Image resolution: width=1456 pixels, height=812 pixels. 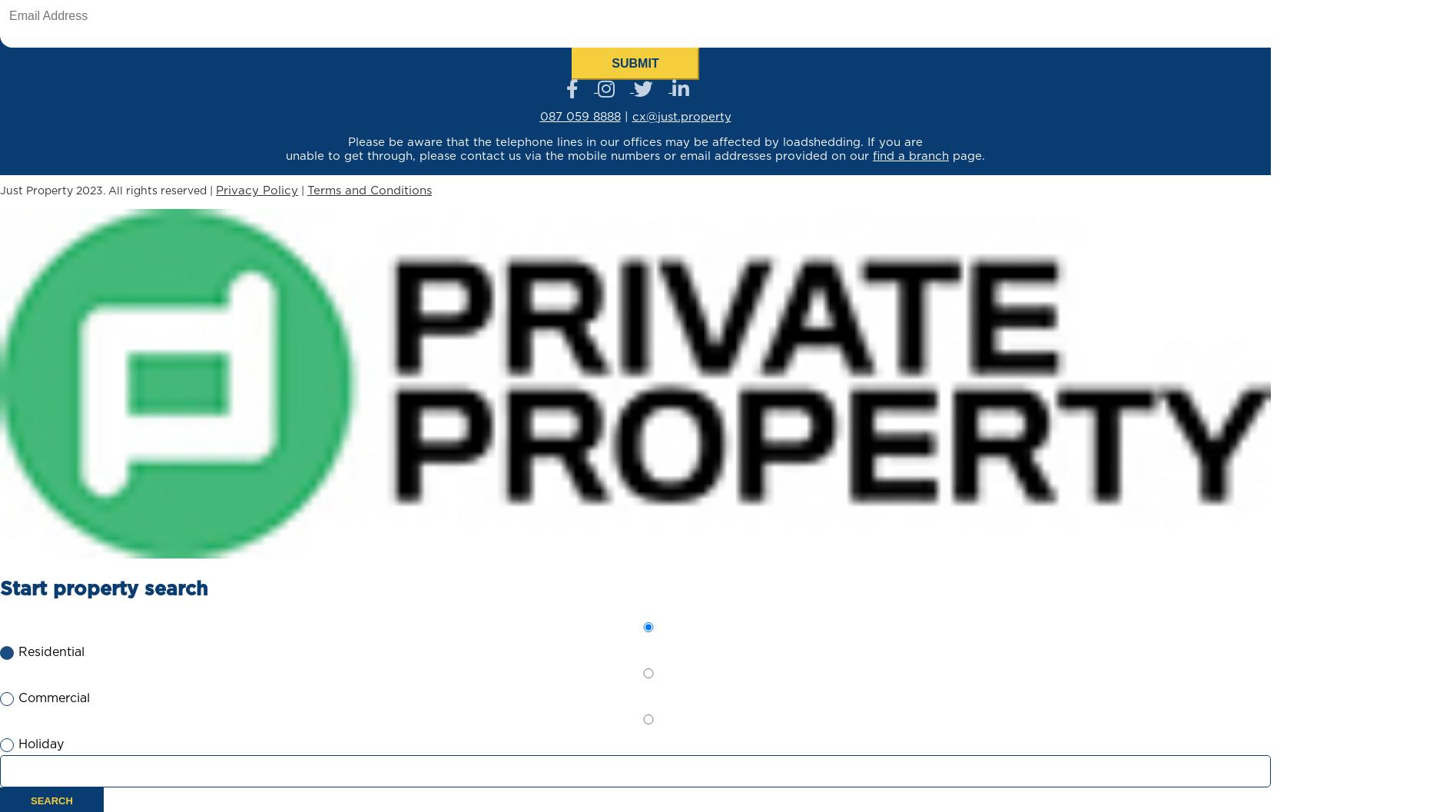 I want to click on '087 059 8888', so click(x=579, y=117).